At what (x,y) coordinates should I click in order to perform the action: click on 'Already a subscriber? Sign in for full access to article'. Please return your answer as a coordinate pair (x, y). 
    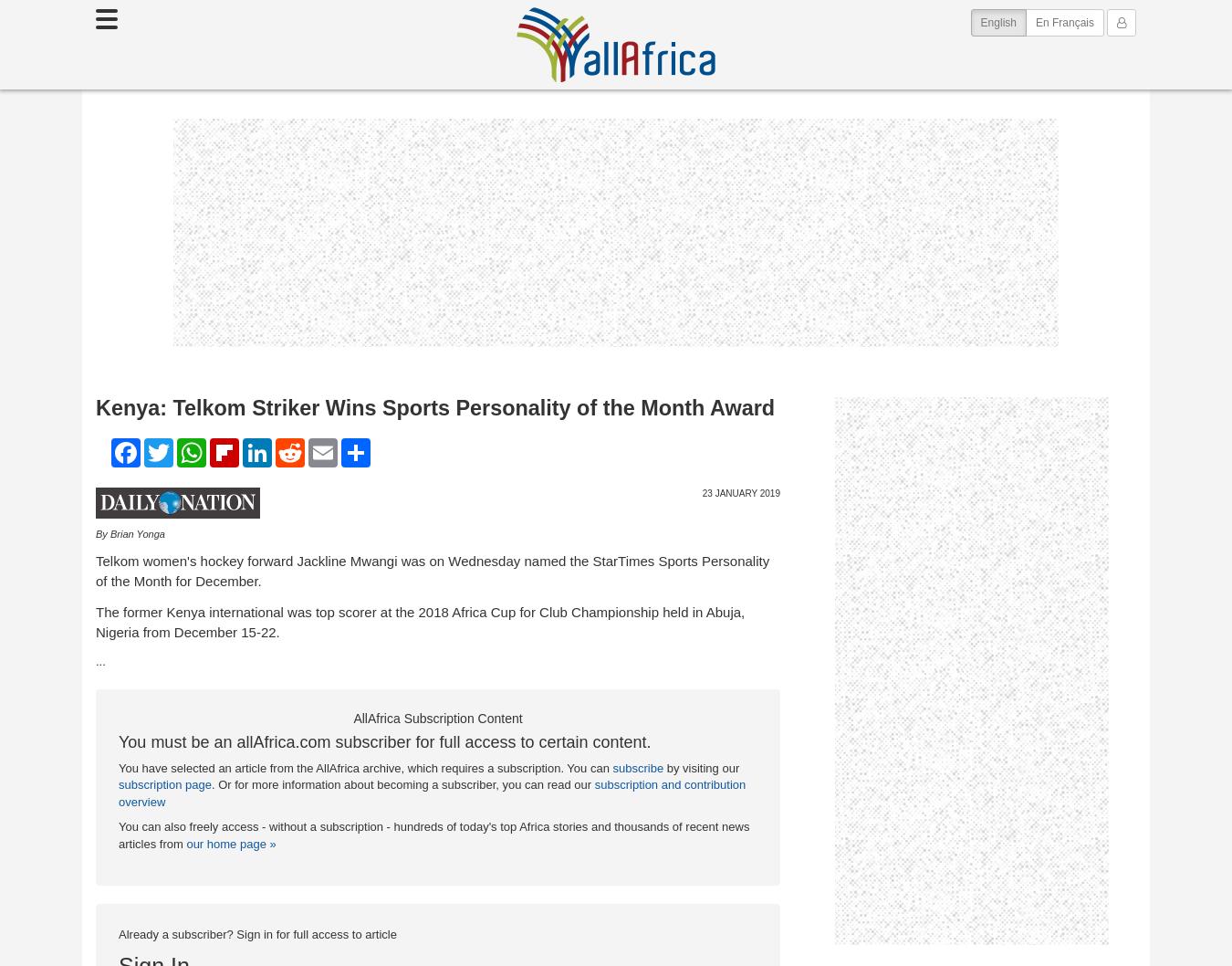
    Looking at the image, I should click on (256, 932).